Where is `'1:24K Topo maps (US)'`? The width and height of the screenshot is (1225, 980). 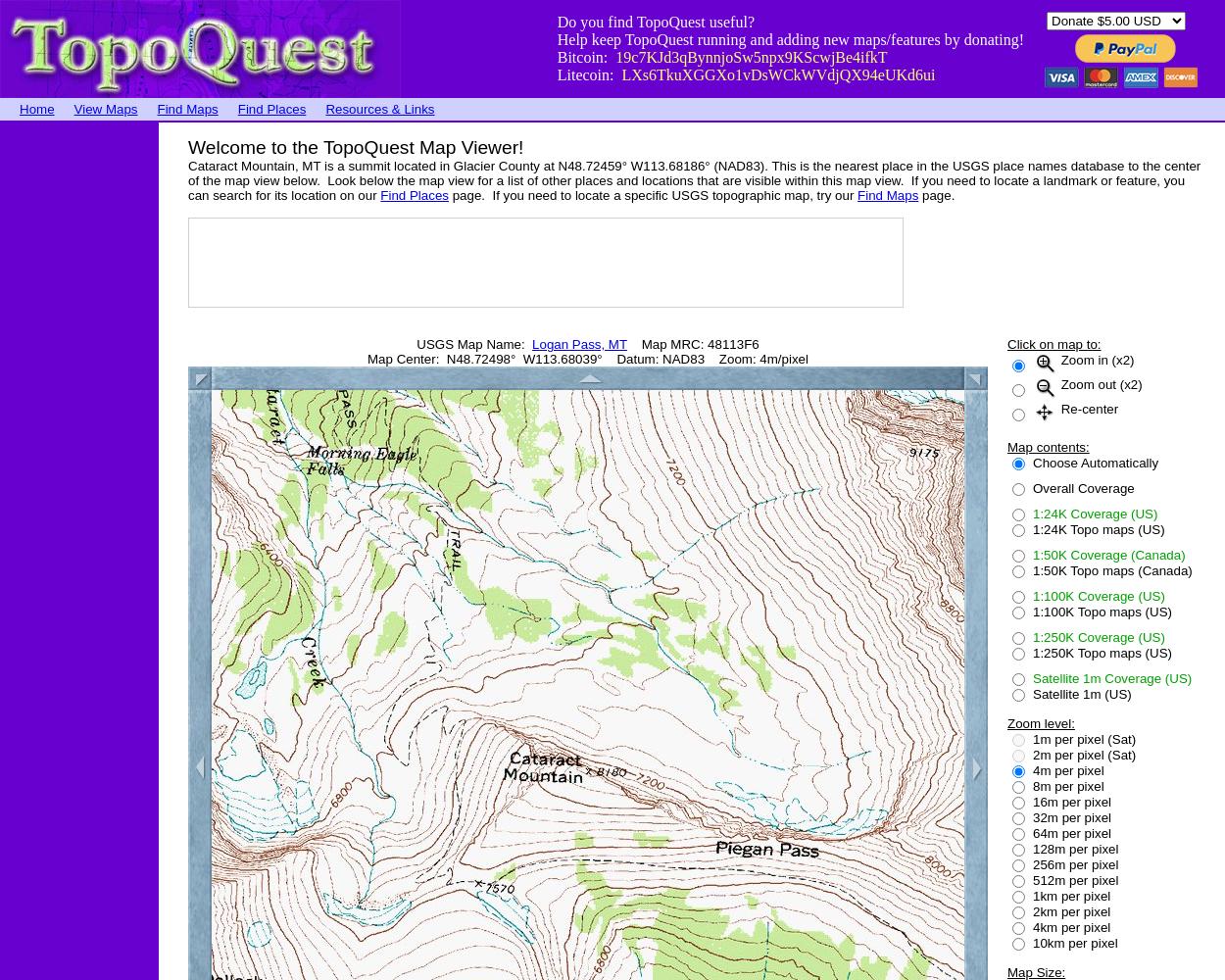 '1:24K Topo maps (US)' is located at coordinates (1033, 528).